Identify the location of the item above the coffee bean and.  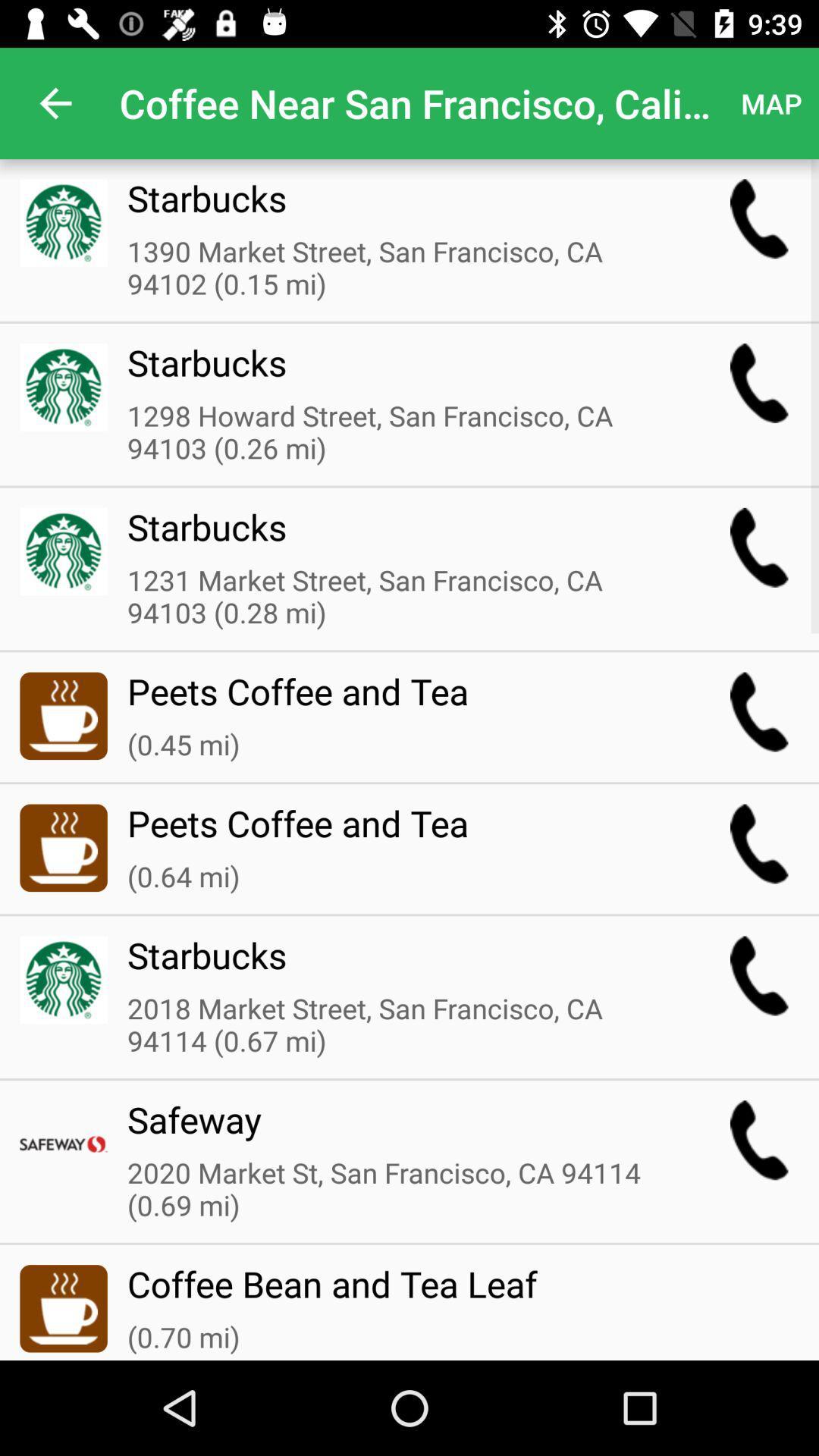
(397, 1189).